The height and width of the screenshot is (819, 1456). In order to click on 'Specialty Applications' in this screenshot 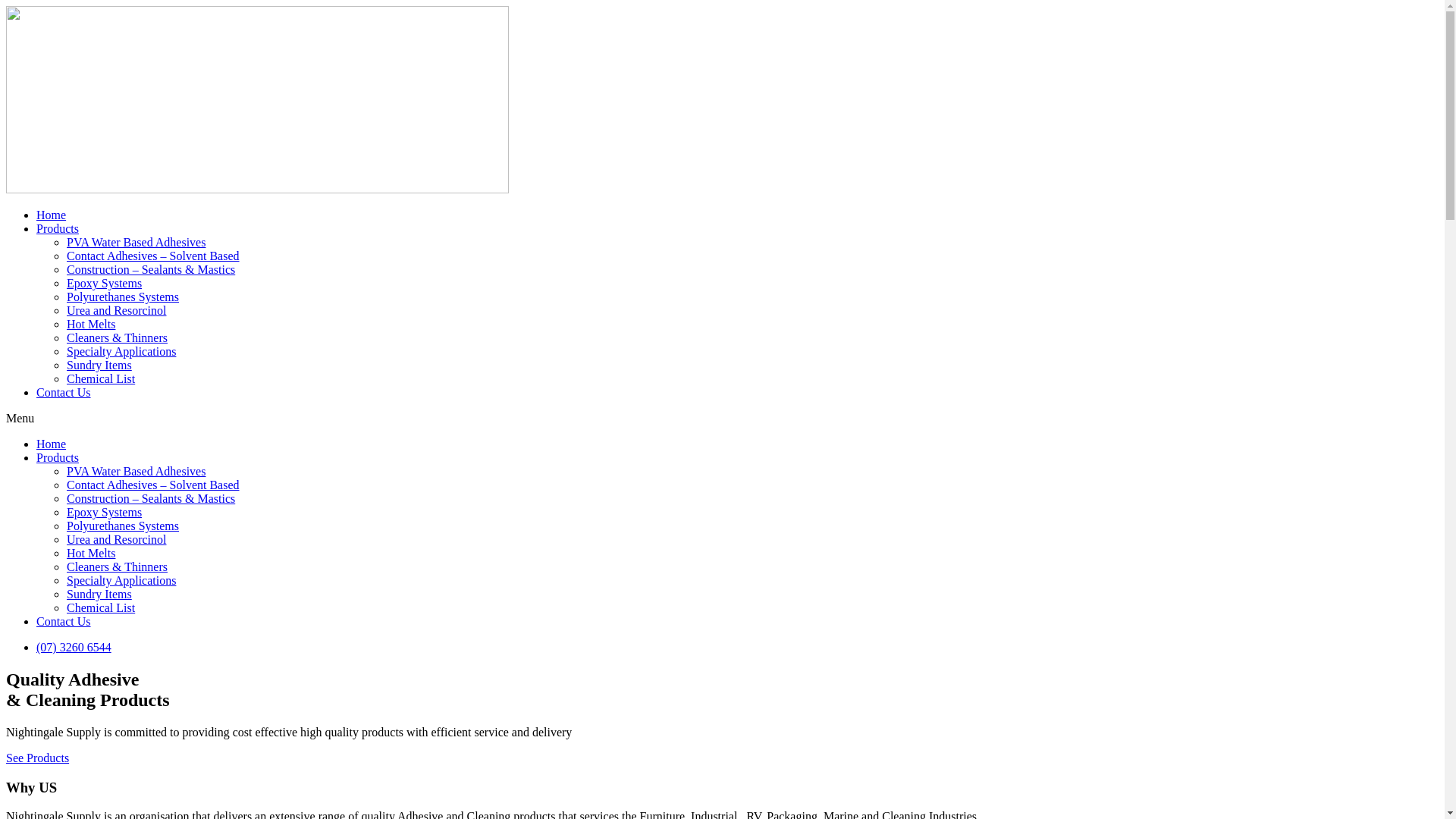, I will do `click(120, 351)`.